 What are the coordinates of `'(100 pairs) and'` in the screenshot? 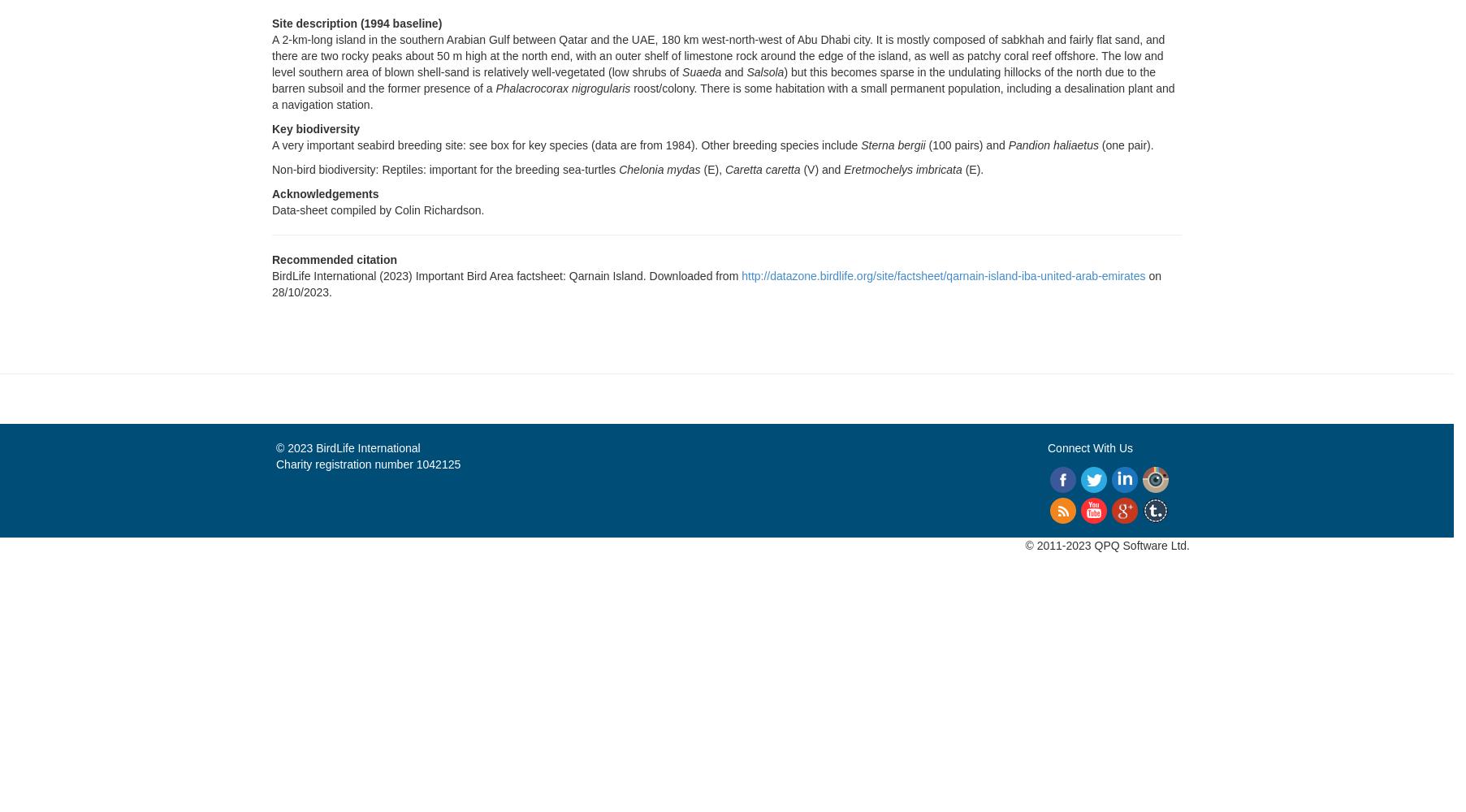 It's located at (923, 145).